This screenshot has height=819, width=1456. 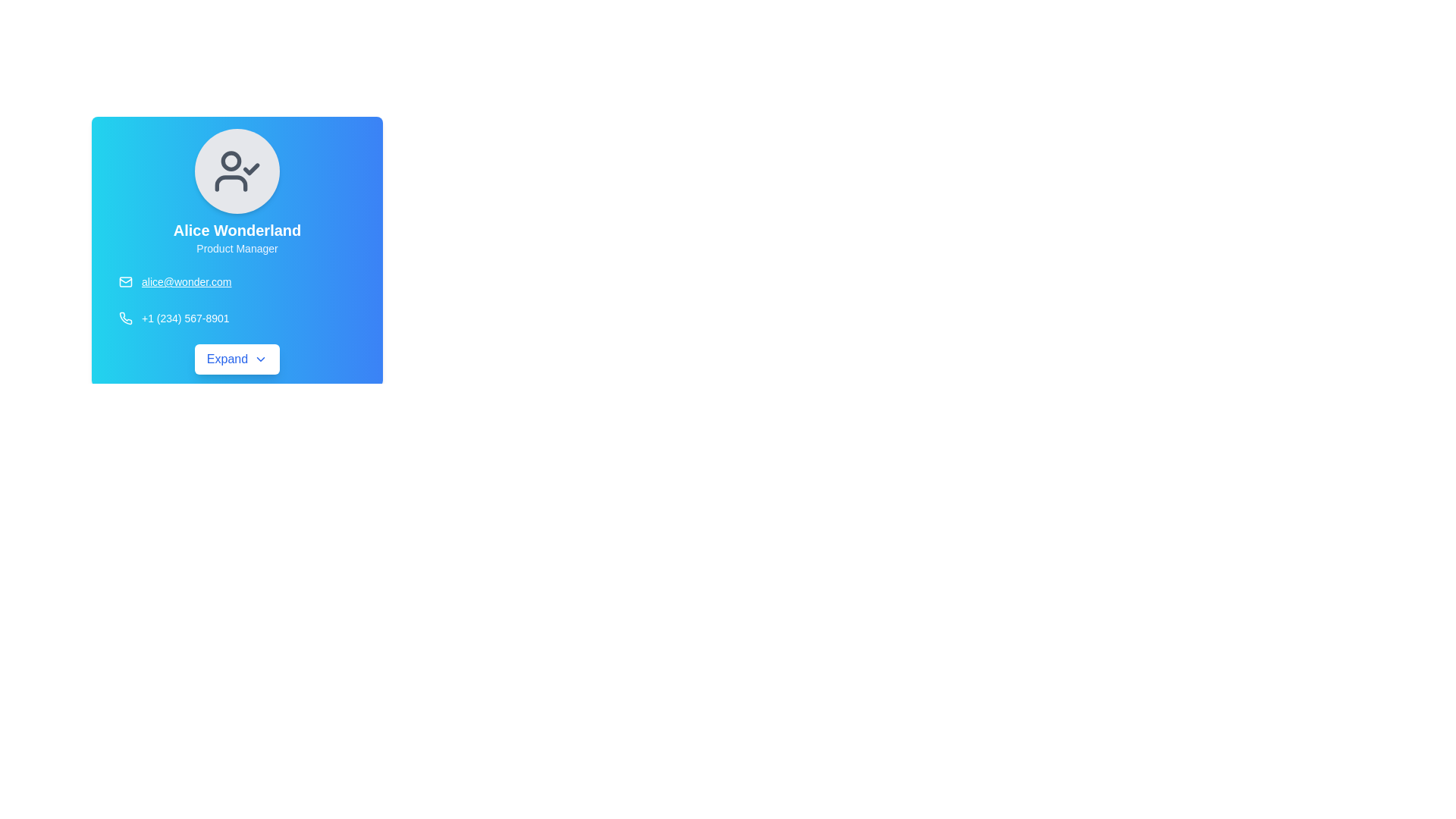 I want to click on the Text label that indicates the job title or role associated with 'Alice Wonderland', located directly beneath her name, so click(x=236, y=247).